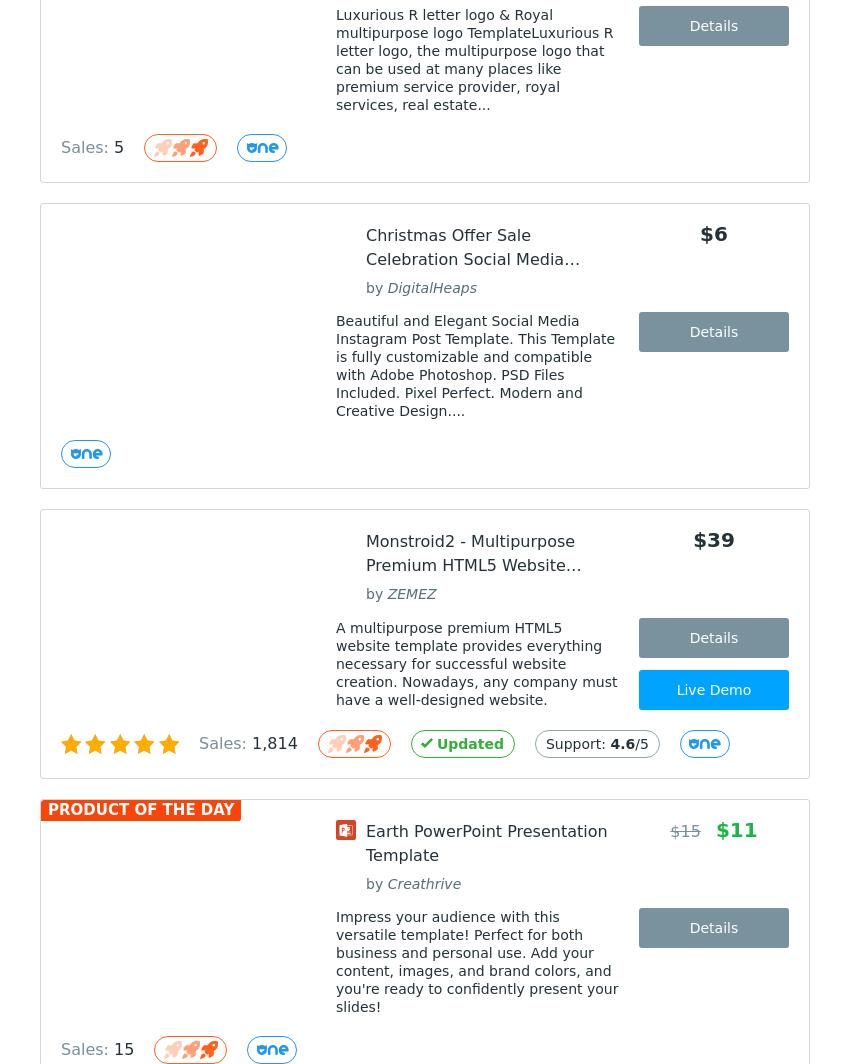  I want to click on '$15', so click(684, 831).